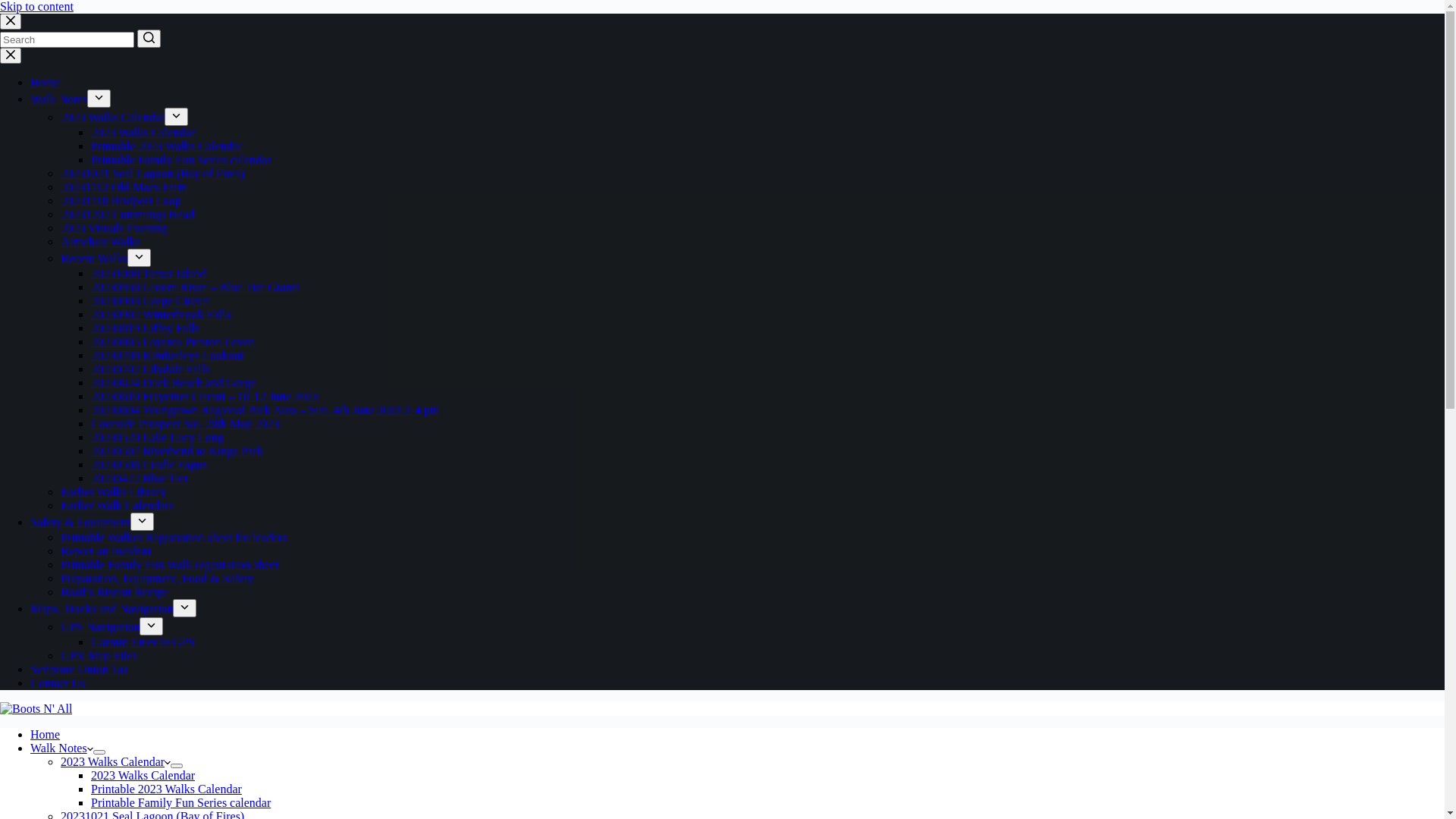 This screenshot has width=1456, height=819. I want to click on 'GPS Navigation', so click(61, 626).